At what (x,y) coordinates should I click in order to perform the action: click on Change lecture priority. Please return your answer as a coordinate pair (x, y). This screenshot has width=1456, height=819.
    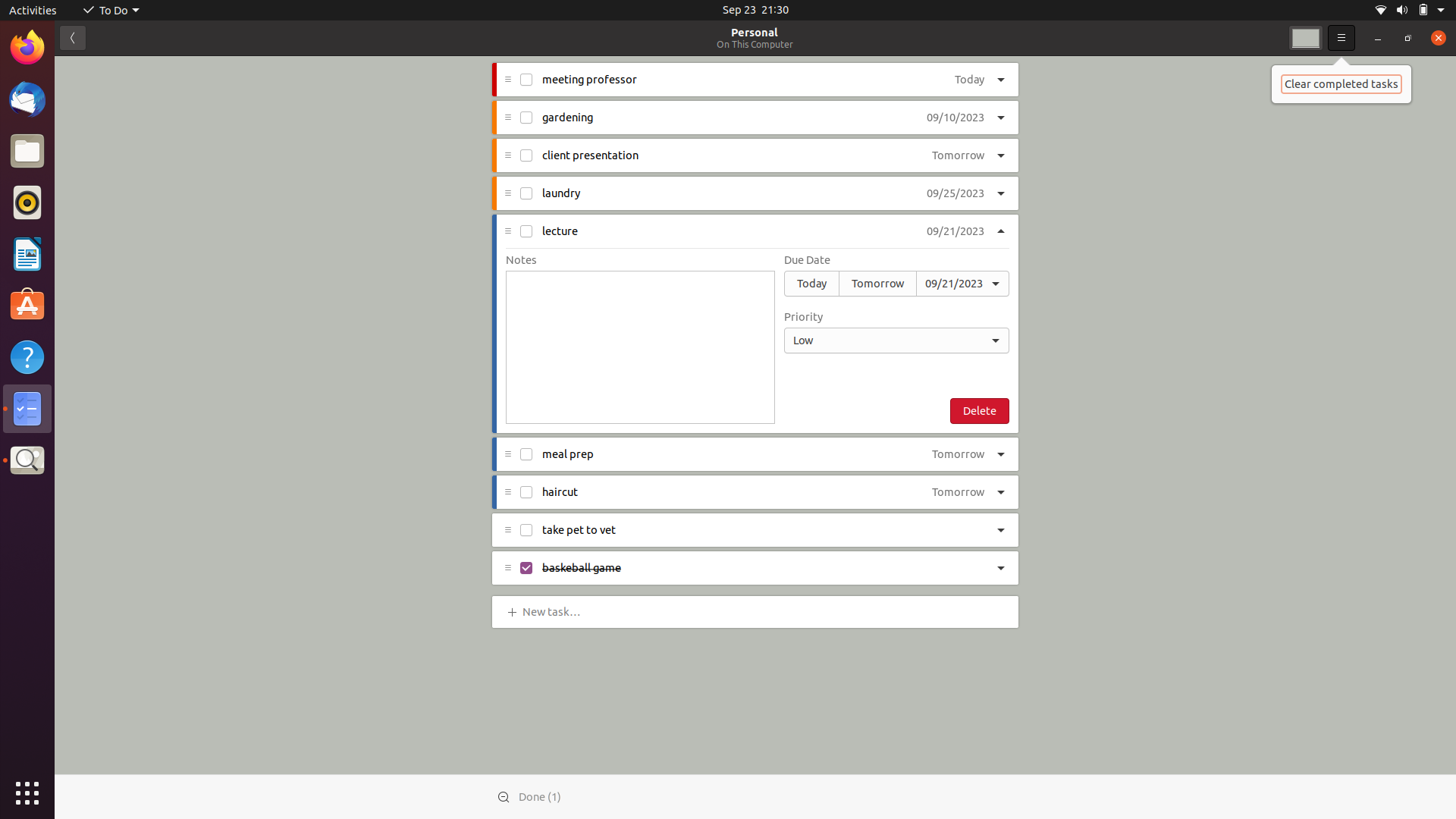
    Looking at the image, I should click on (896, 339).